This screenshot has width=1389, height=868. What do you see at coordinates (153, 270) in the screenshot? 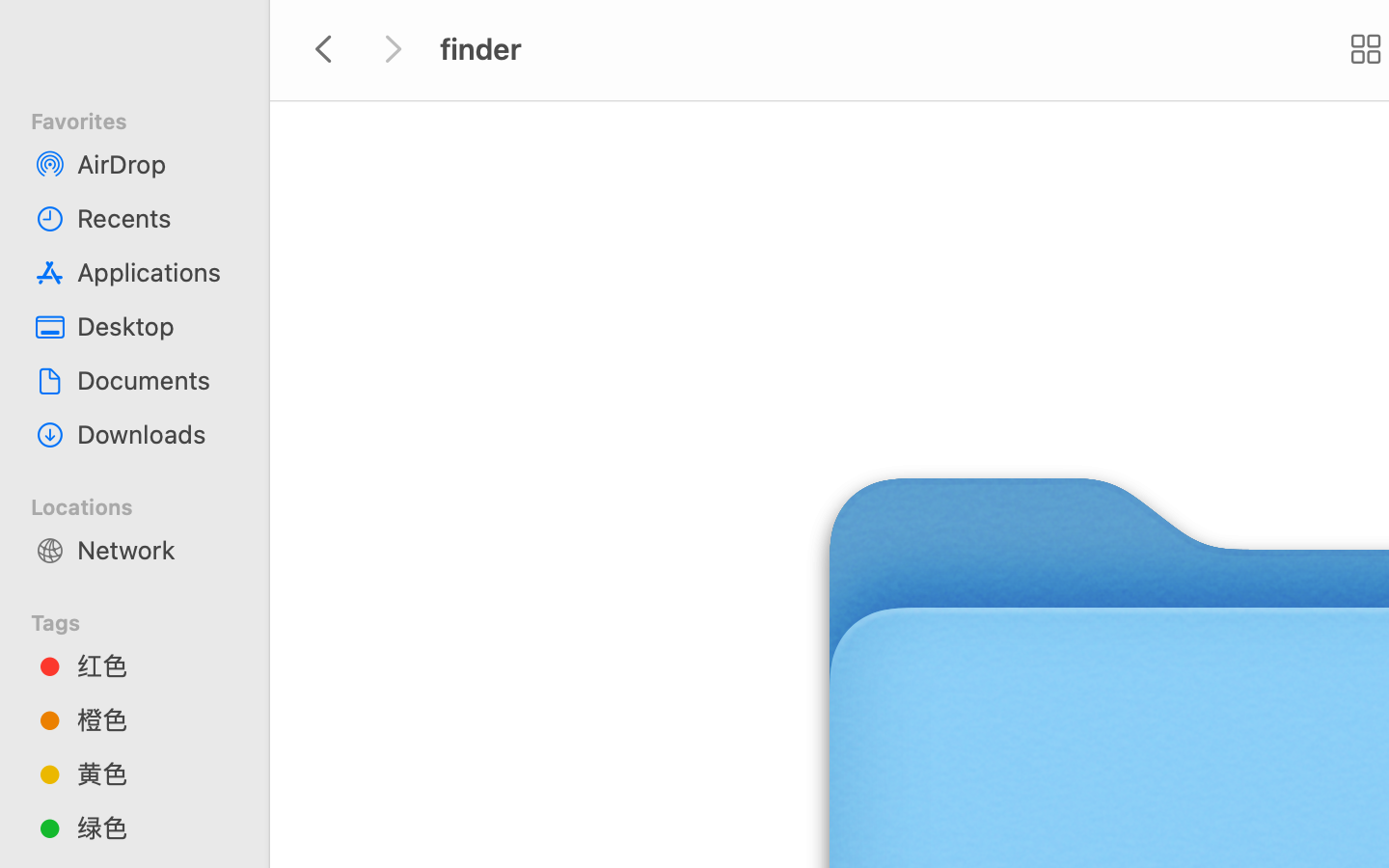
I see `'Applications'` at bounding box center [153, 270].